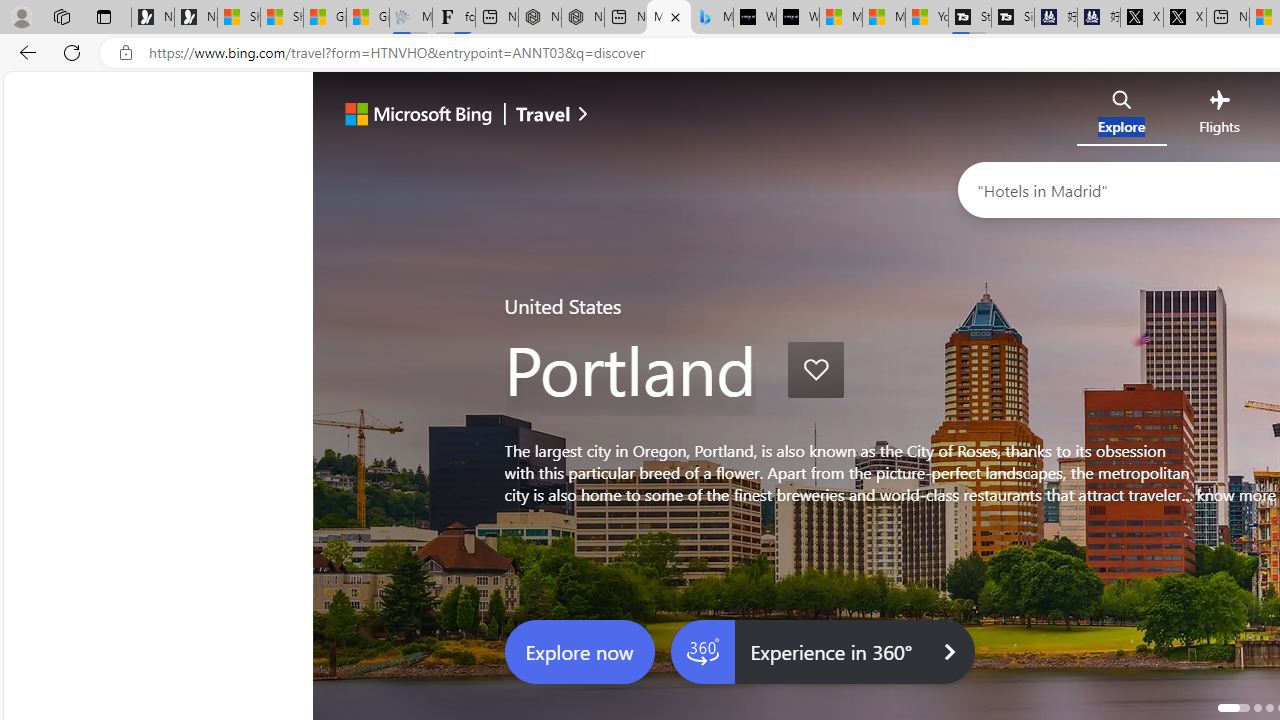 The width and height of the screenshot is (1280, 720). Describe the element at coordinates (578, 651) in the screenshot. I see `'Explore now'` at that location.